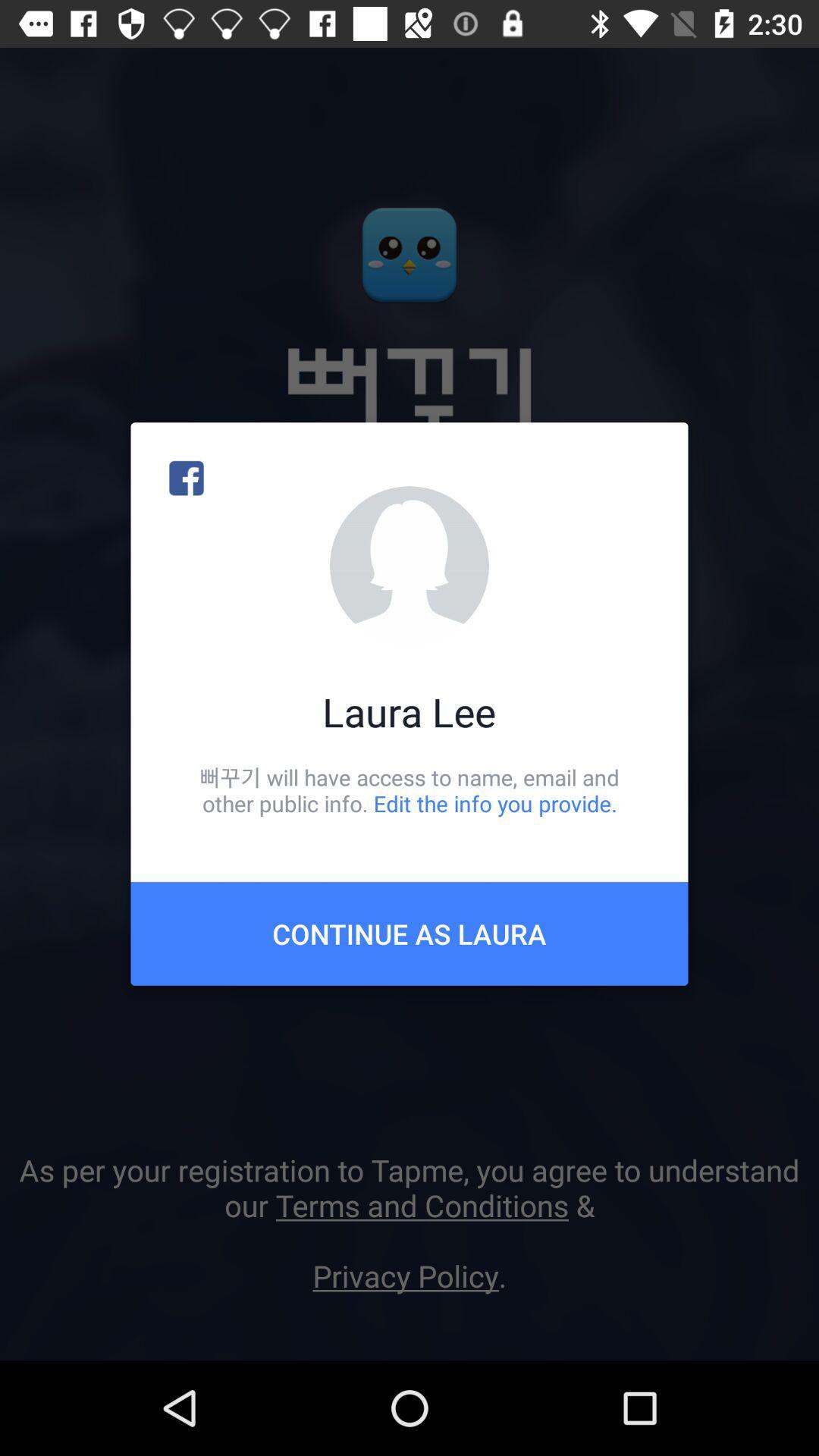 The height and width of the screenshot is (1456, 819). Describe the element at coordinates (409, 933) in the screenshot. I see `continue as laura item` at that location.